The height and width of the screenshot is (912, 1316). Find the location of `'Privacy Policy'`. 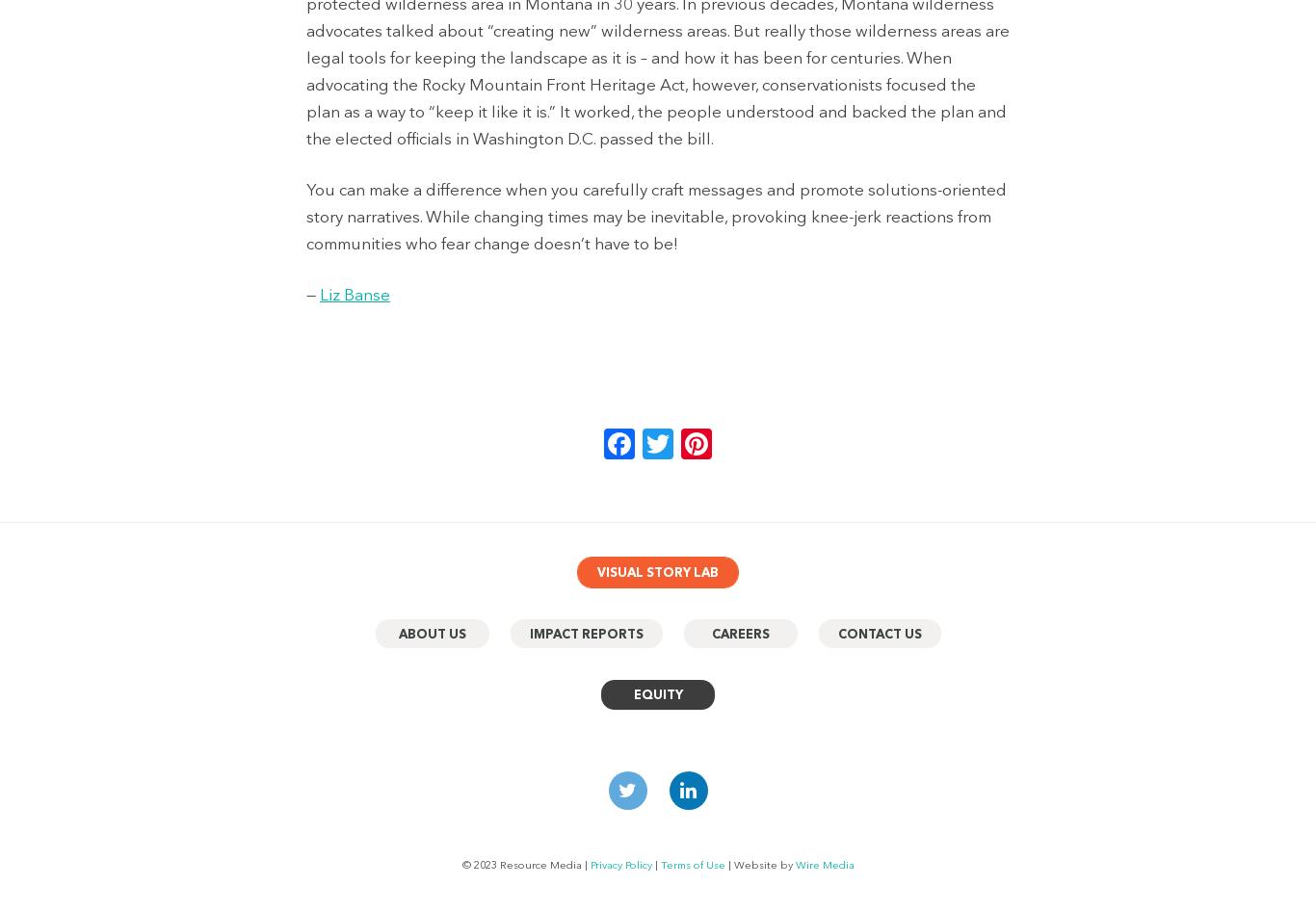

'Privacy Policy' is located at coordinates (619, 864).